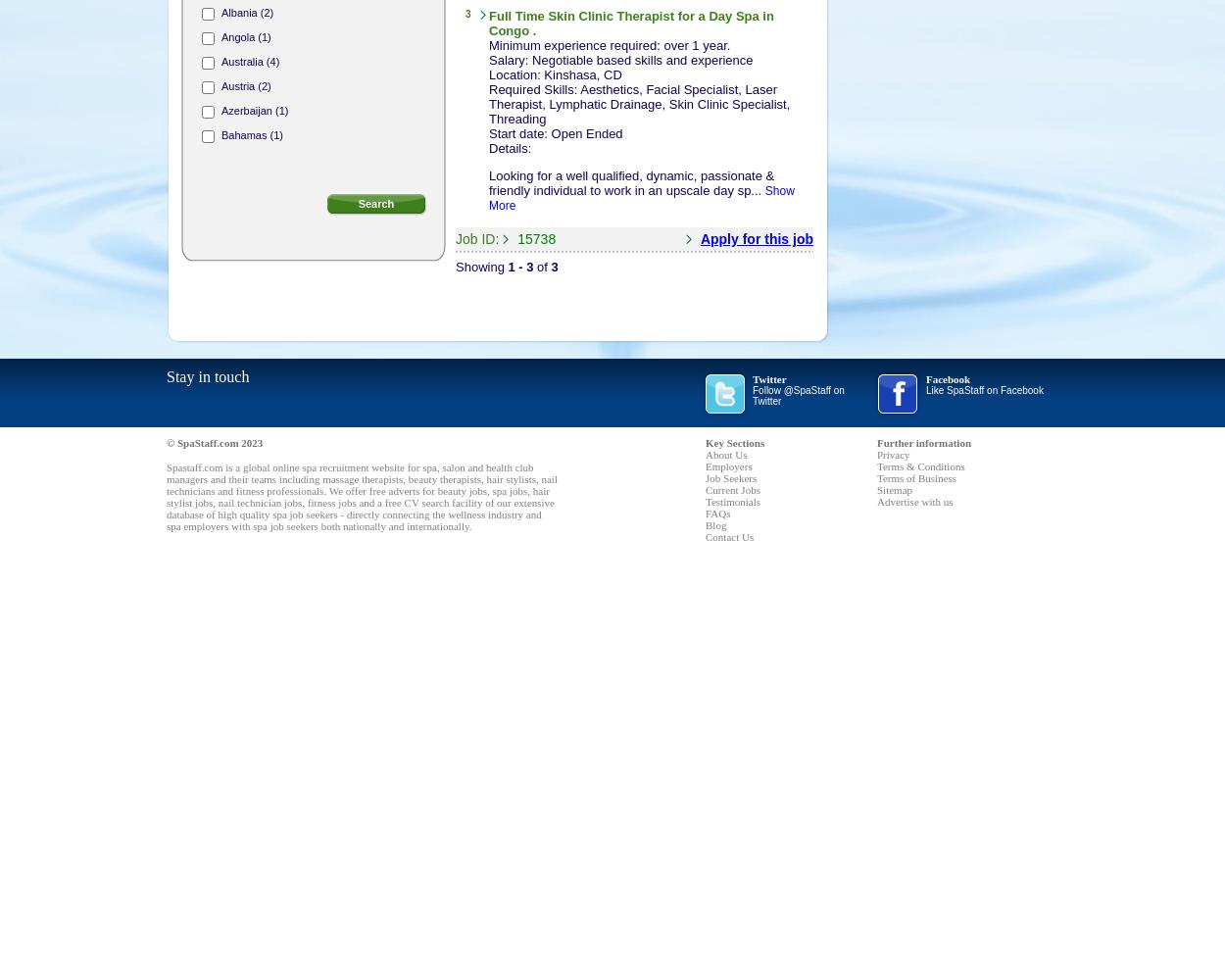  What do you see at coordinates (267, 453) in the screenshot?
I see `'Czech Republic (2)'` at bounding box center [267, 453].